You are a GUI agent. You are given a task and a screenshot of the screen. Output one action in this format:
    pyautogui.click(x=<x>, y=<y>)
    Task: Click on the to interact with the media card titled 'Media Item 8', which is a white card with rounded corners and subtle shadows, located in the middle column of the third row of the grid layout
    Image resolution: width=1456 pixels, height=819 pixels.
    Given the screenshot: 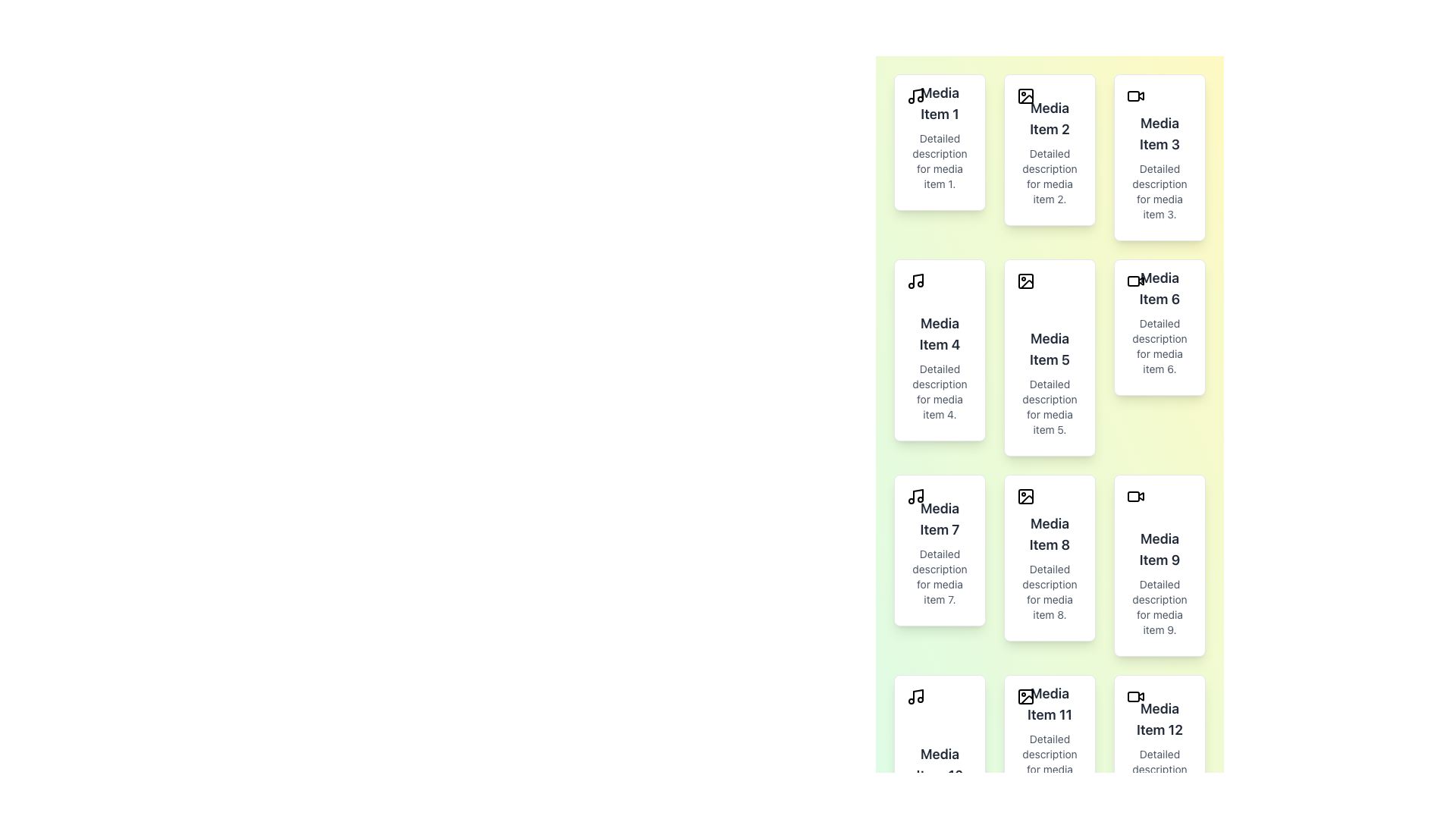 What is the action you would take?
    pyautogui.click(x=1049, y=558)
    